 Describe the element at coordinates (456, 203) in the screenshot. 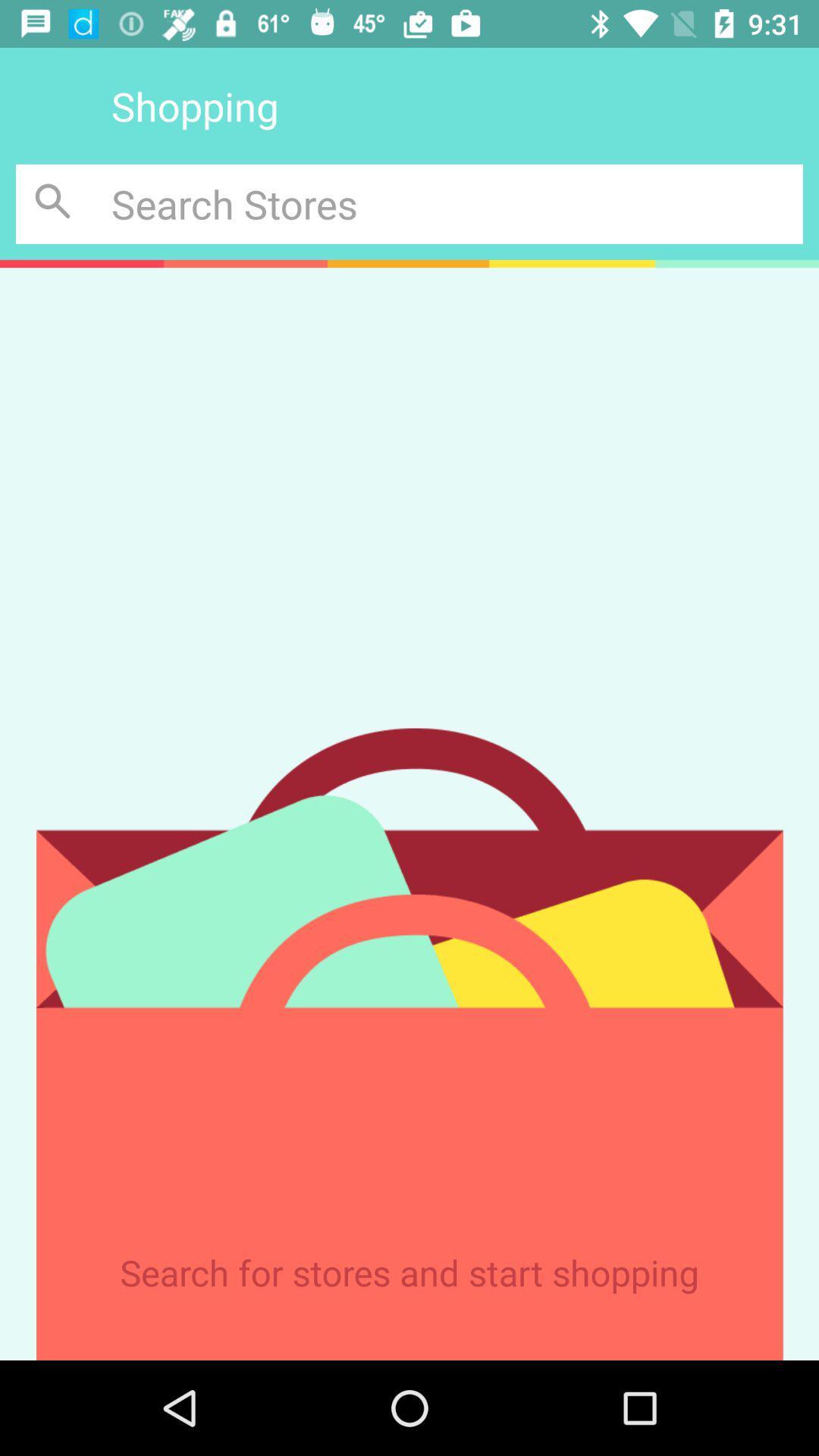

I see `search for stores` at that location.